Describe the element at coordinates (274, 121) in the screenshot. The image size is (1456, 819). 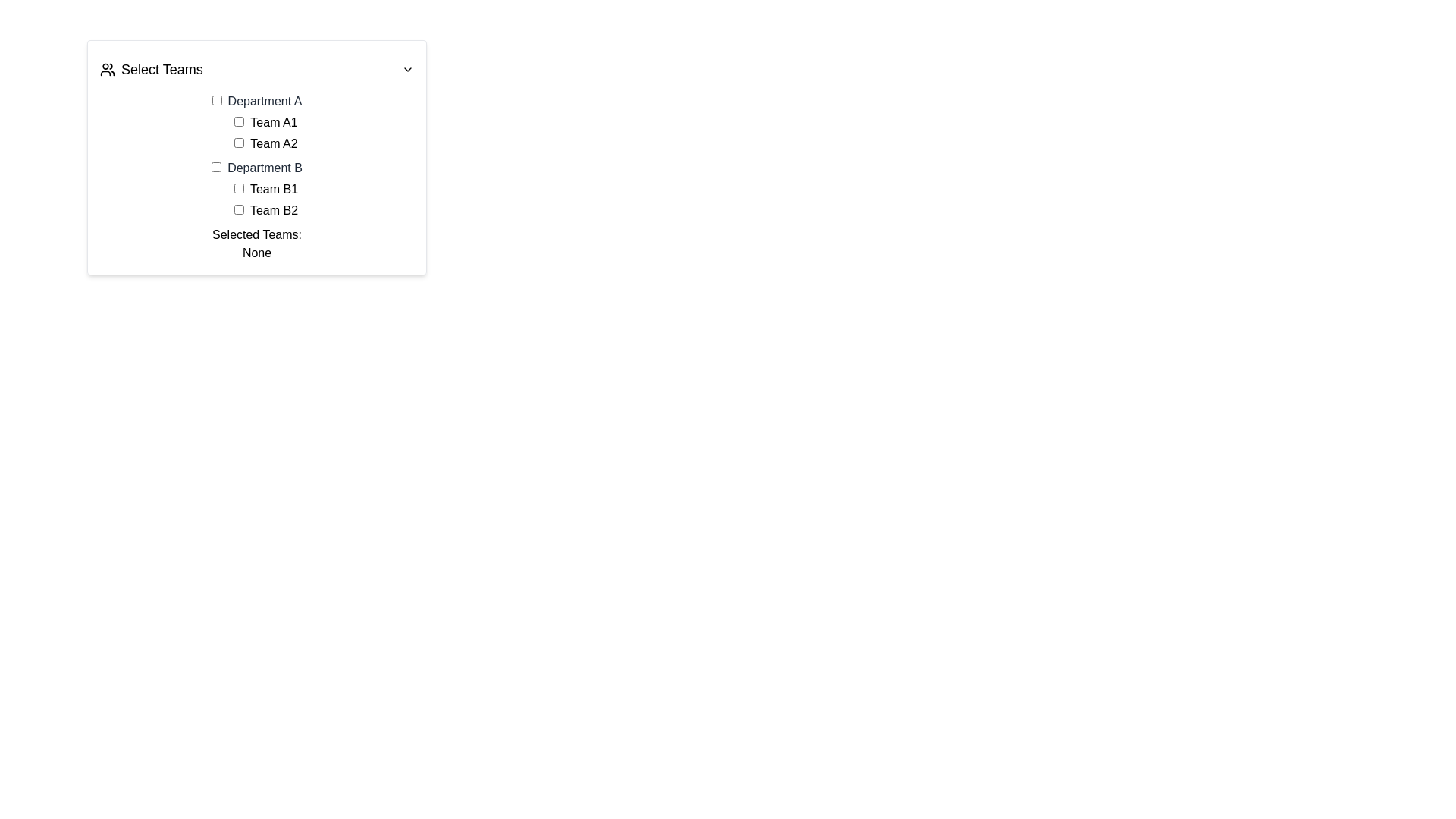
I see `the text label displaying 'Team A1', which is located below the header 'Department A' and to the right of its associated checkbox` at that location.